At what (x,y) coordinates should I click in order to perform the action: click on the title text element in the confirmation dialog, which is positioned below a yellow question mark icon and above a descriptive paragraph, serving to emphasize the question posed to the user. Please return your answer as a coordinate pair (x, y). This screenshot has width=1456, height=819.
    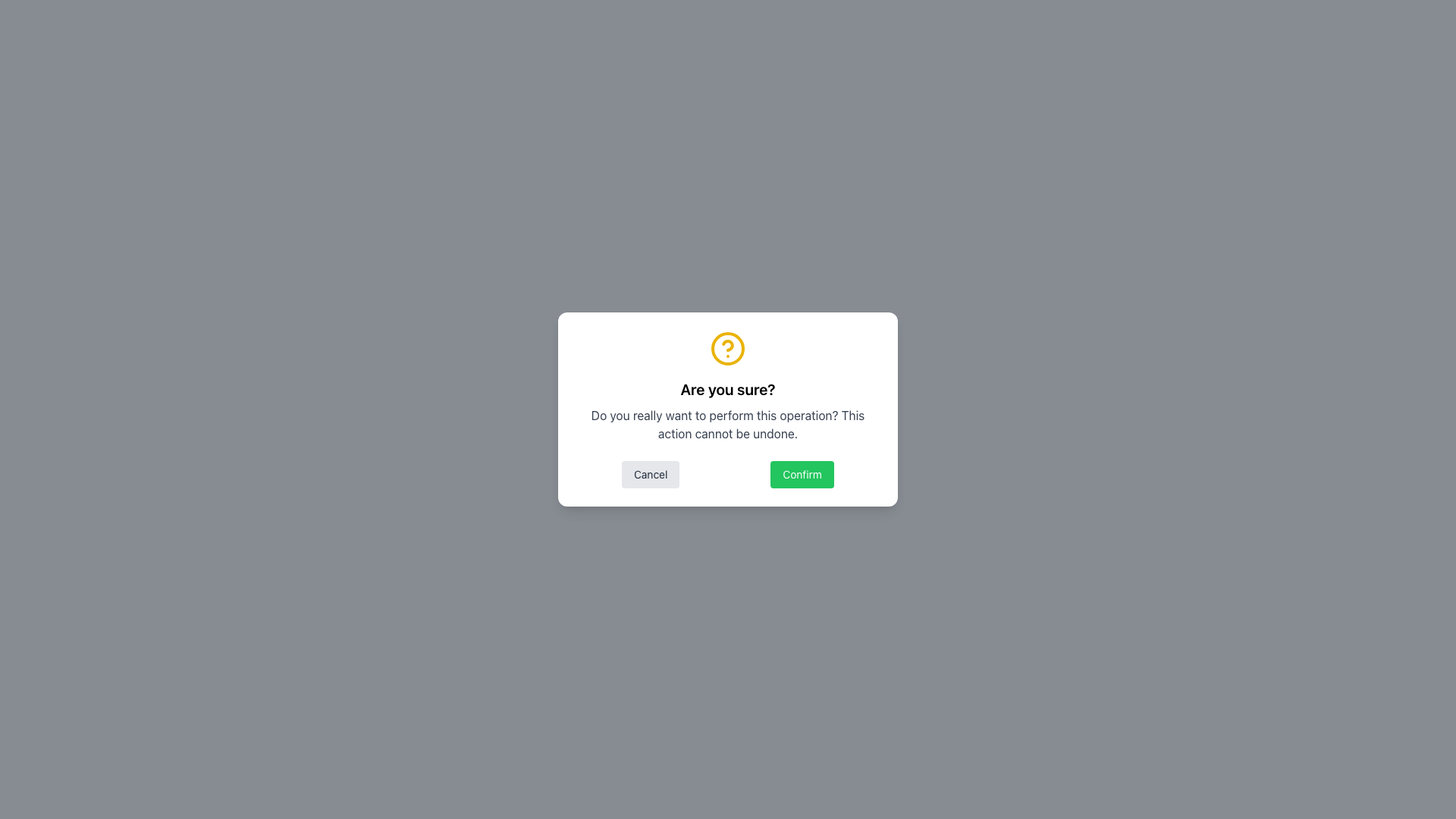
    Looking at the image, I should click on (728, 388).